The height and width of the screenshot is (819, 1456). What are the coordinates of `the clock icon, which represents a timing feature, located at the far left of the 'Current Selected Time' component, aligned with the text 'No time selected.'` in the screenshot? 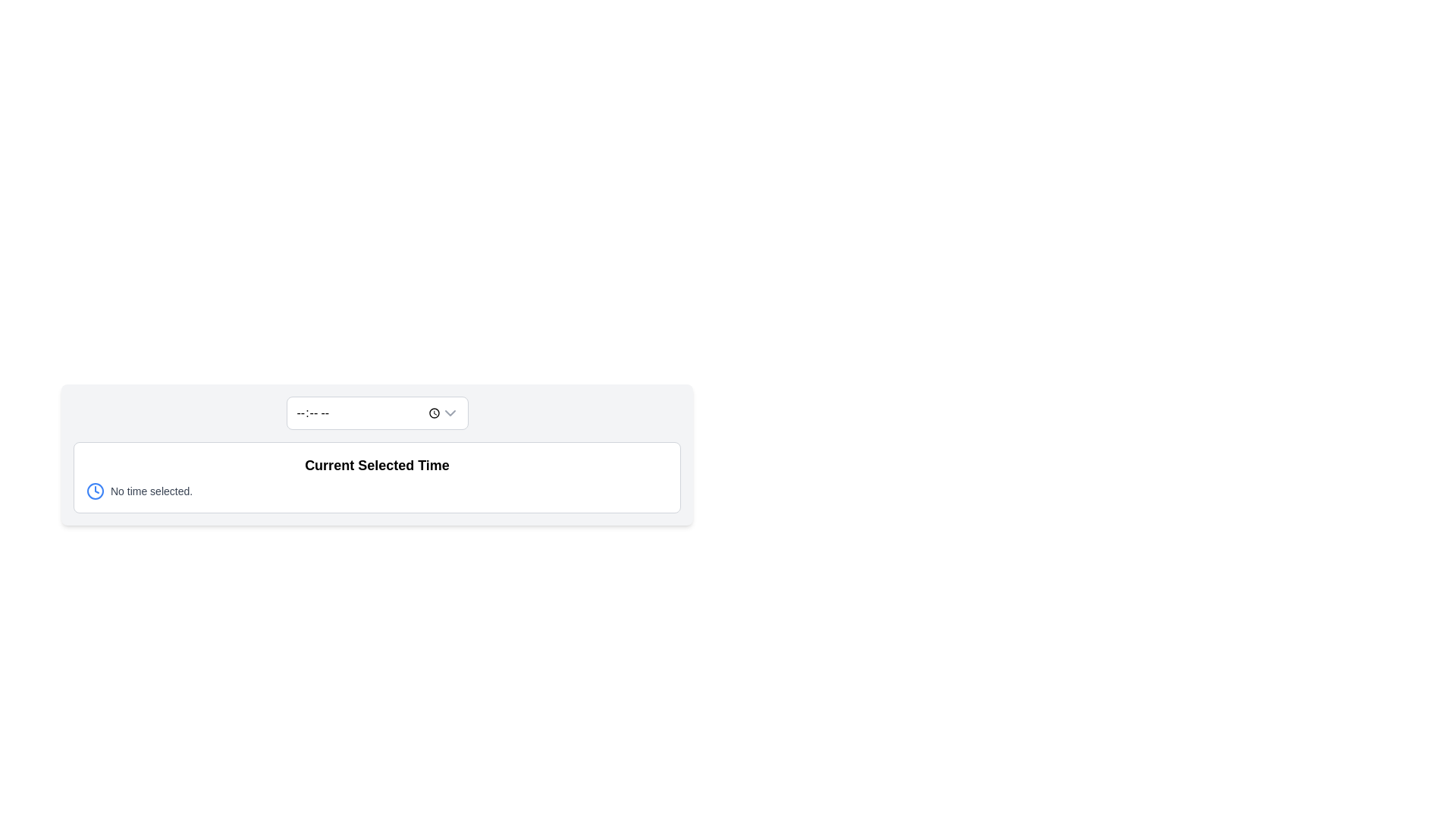 It's located at (94, 491).